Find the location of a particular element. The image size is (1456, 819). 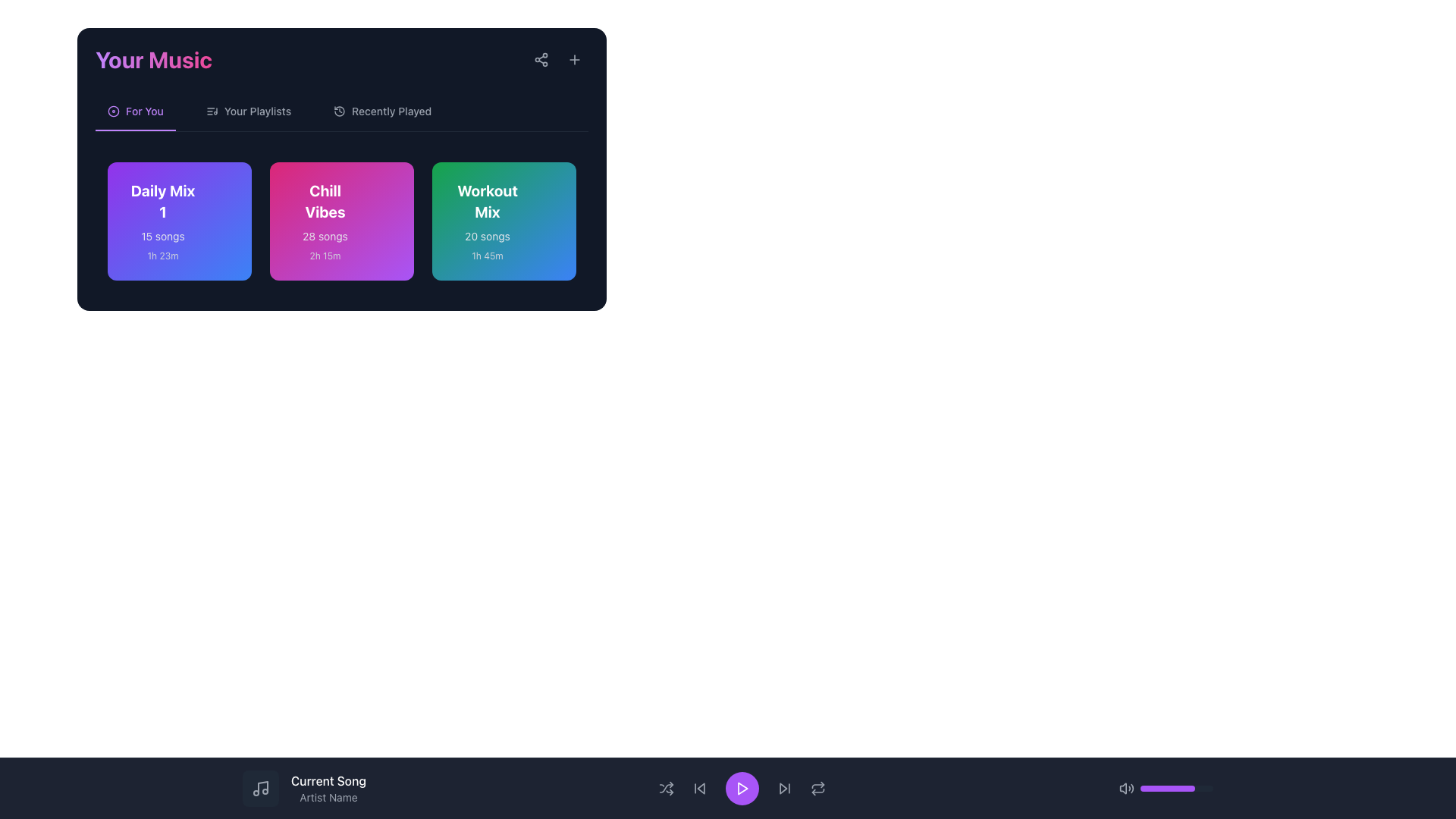

the circular icon button with a plus symbol, located in the top-right corner of the 'Your Music' card section is located at coordinates (574, 58).